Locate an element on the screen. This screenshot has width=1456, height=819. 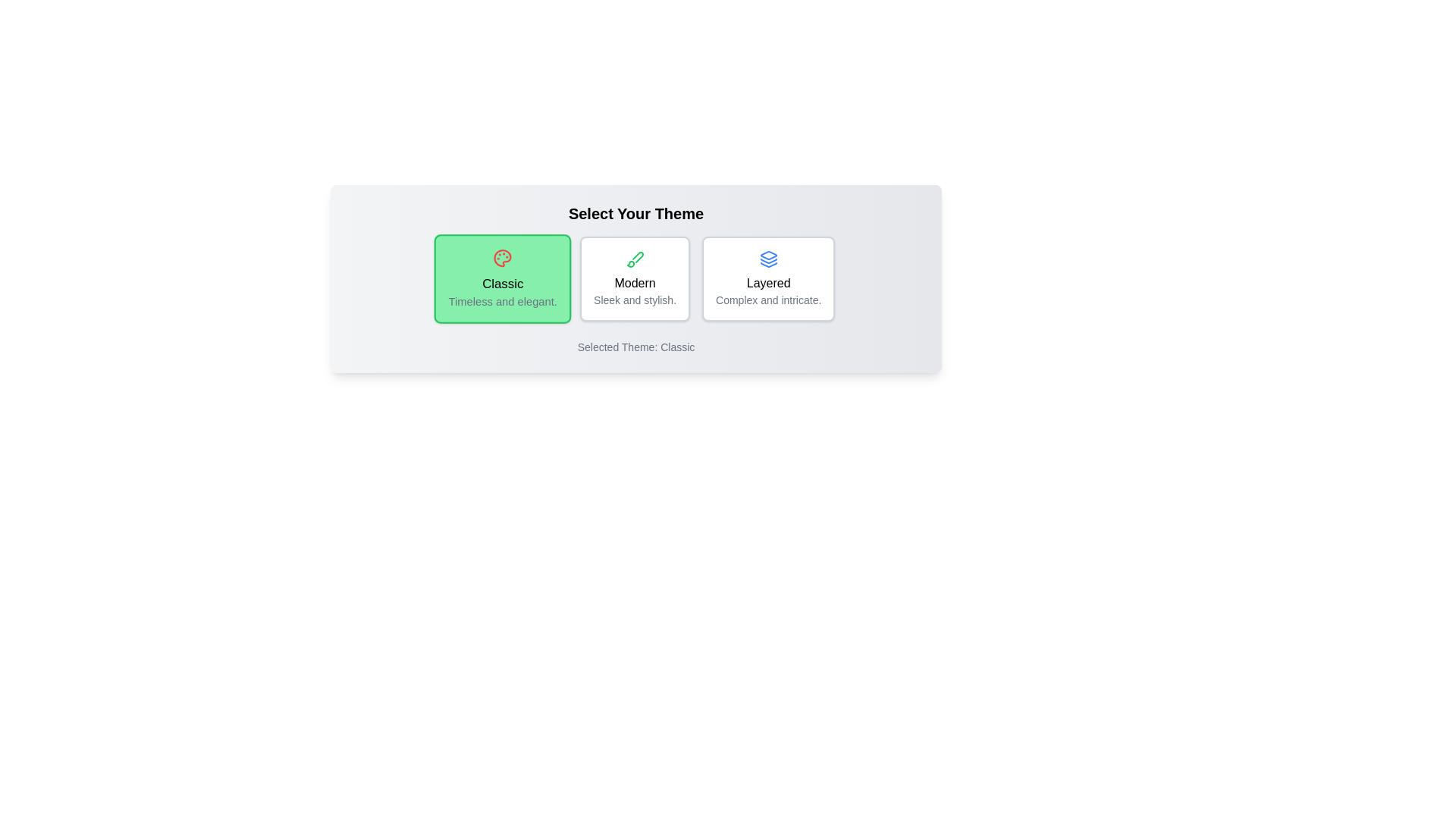
the theme Classic by clicking on its card is located at coordinates (502, 278).